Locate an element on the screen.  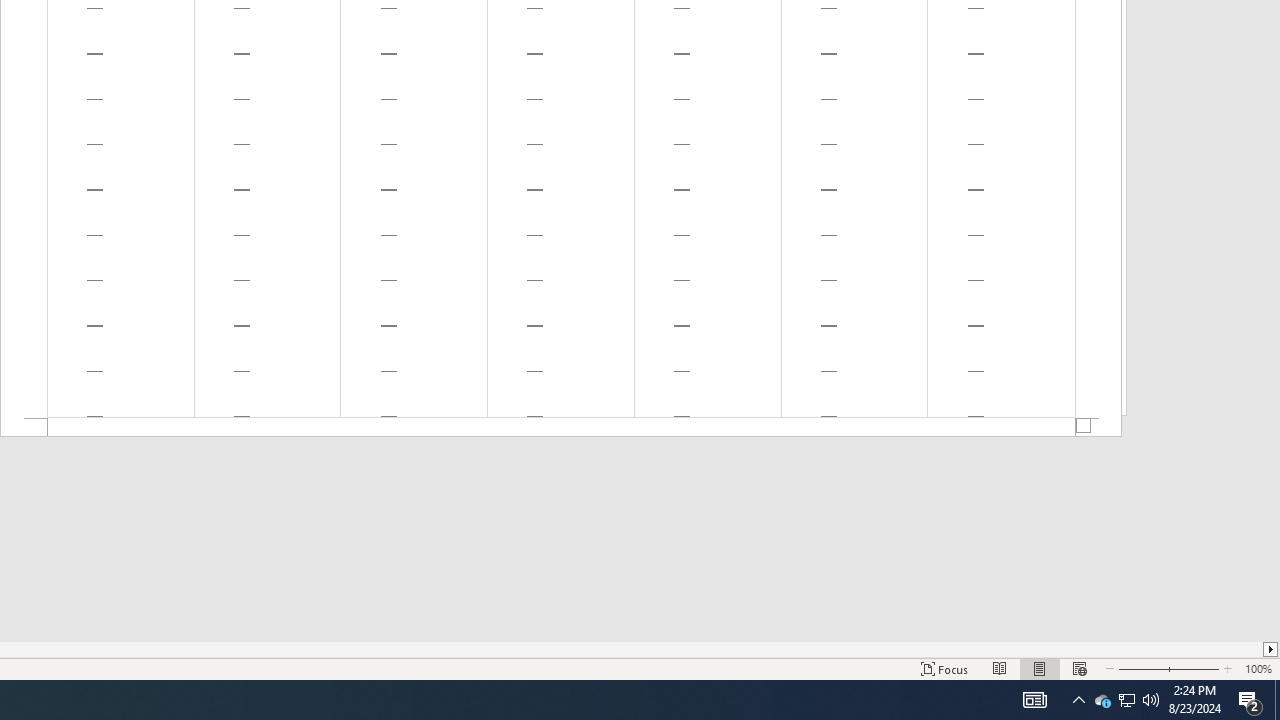
'Column right' is located at coordinates (1270, 649).